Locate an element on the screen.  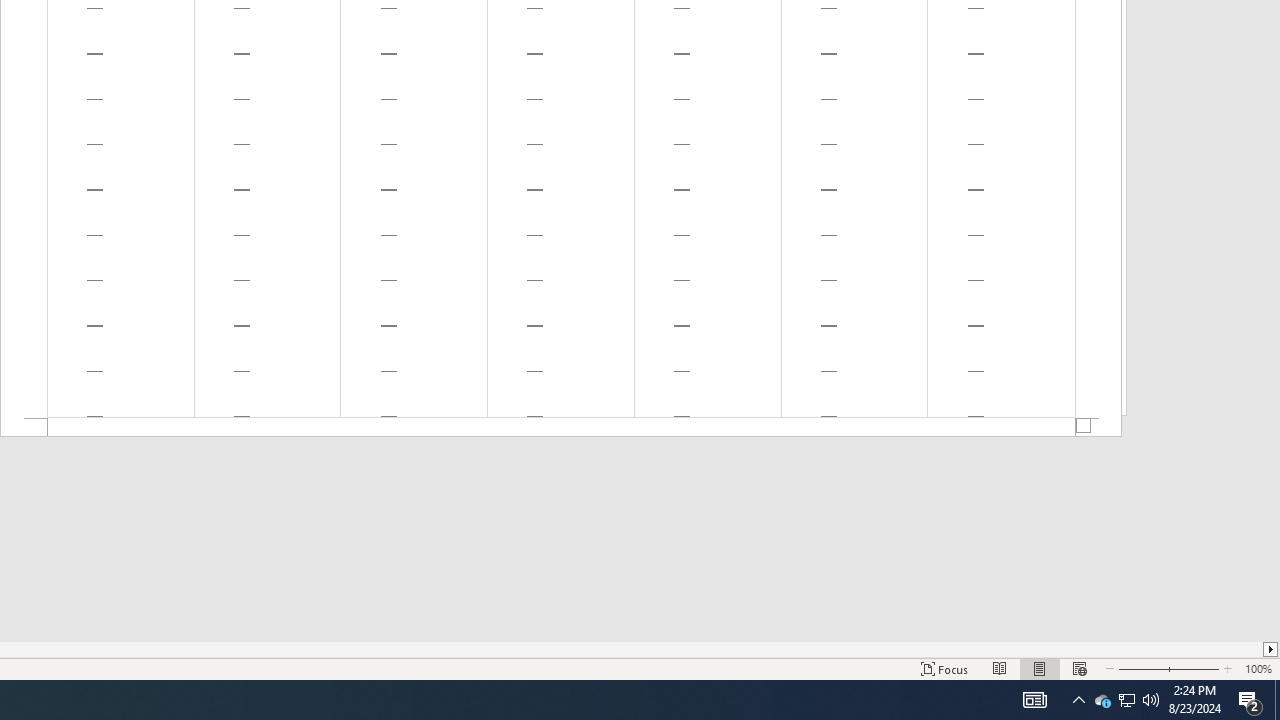
'Column right' is located at coordinates (1270, 649).